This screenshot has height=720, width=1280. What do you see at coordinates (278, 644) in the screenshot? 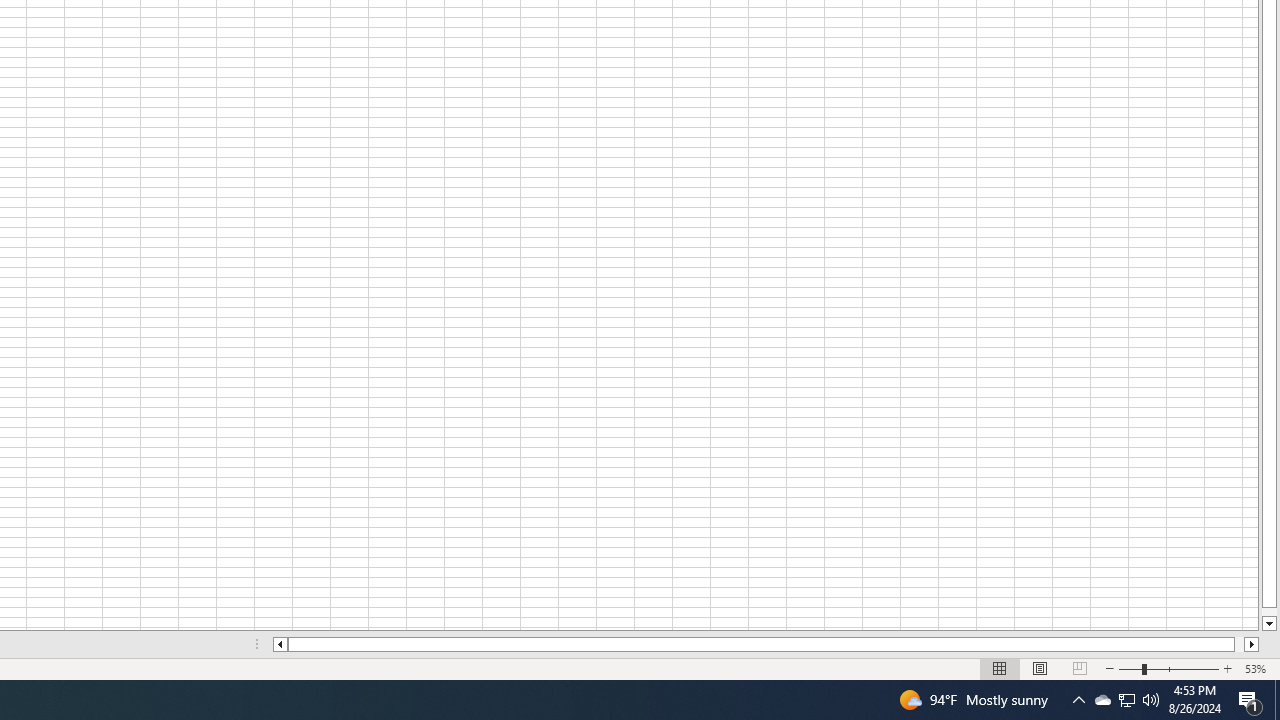
I see `'Column left'` at bounding box center [278, 644].